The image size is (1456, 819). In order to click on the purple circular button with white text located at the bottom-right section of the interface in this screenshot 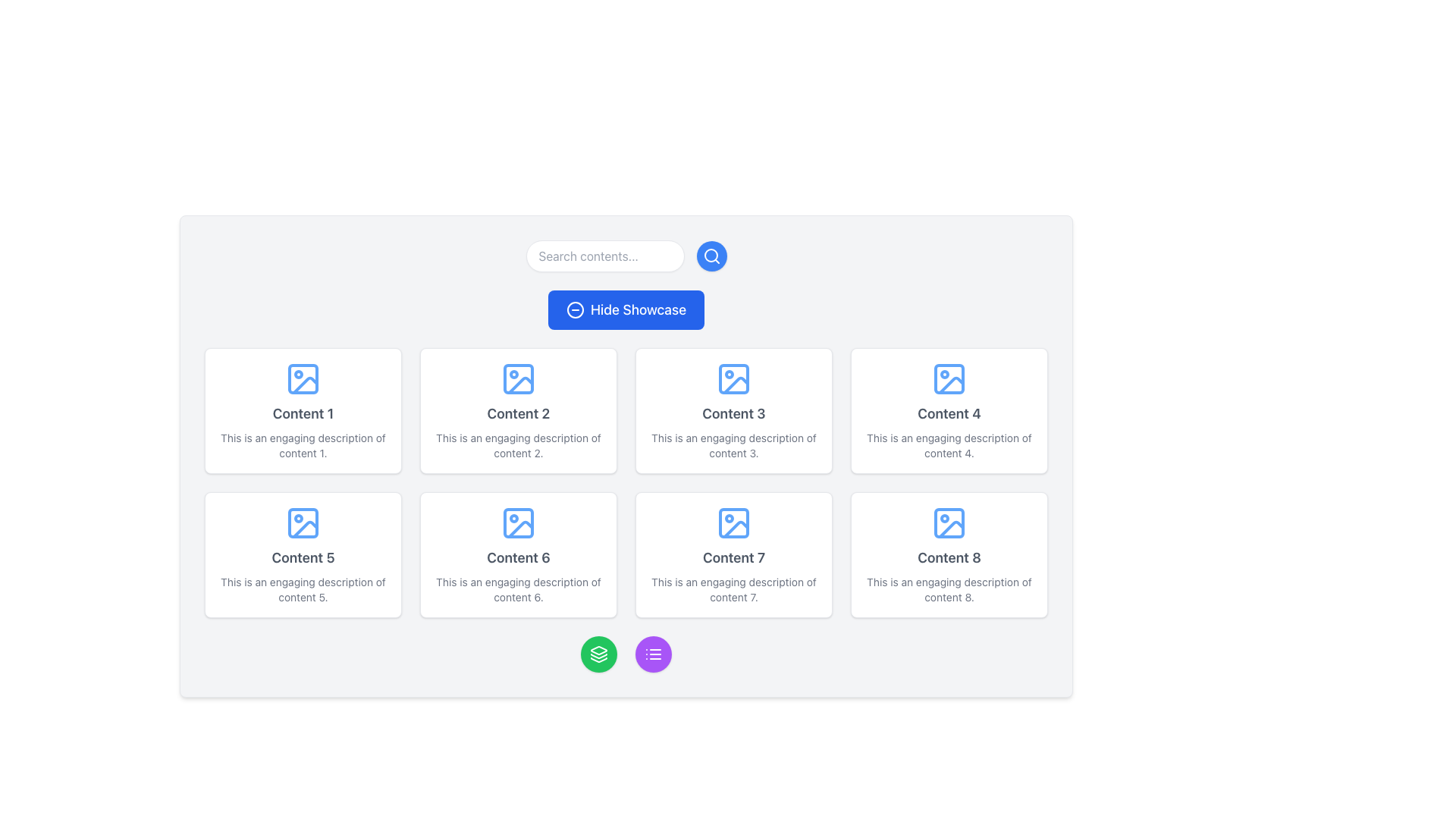, I will do `click(654, 654)`.